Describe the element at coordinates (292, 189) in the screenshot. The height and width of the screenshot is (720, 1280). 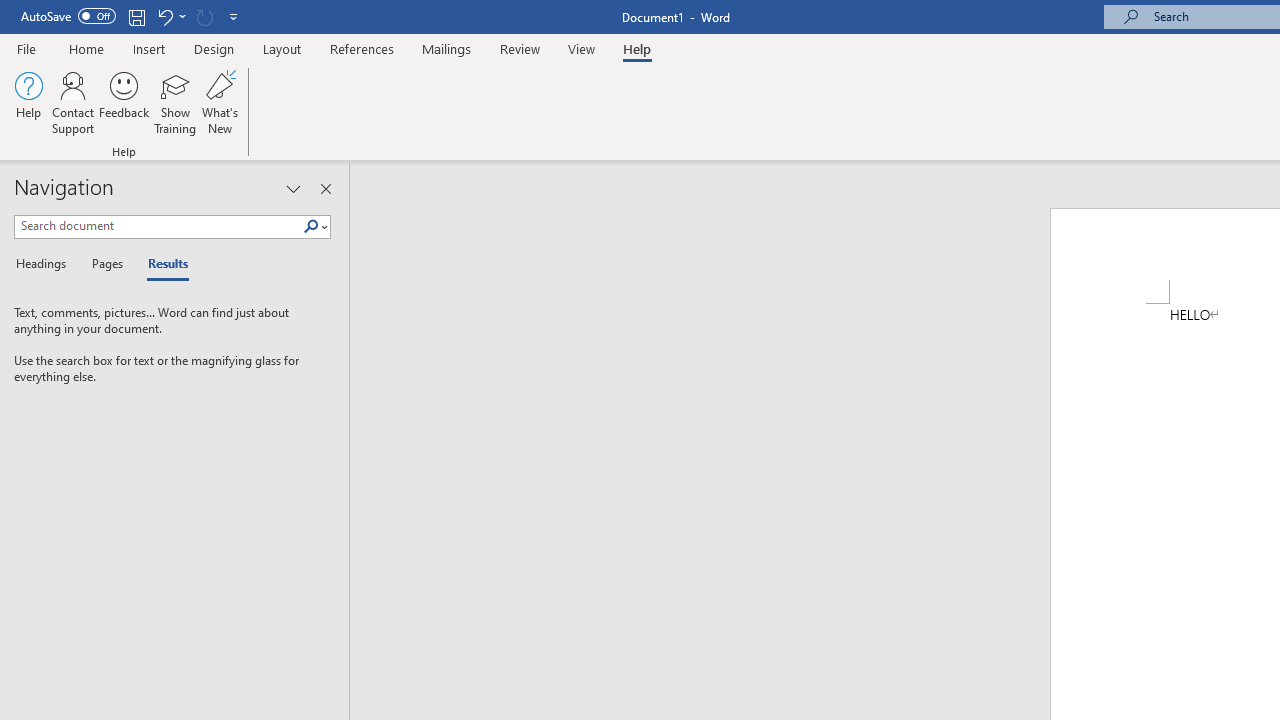
I see `'Task Pane Options'` at that location.